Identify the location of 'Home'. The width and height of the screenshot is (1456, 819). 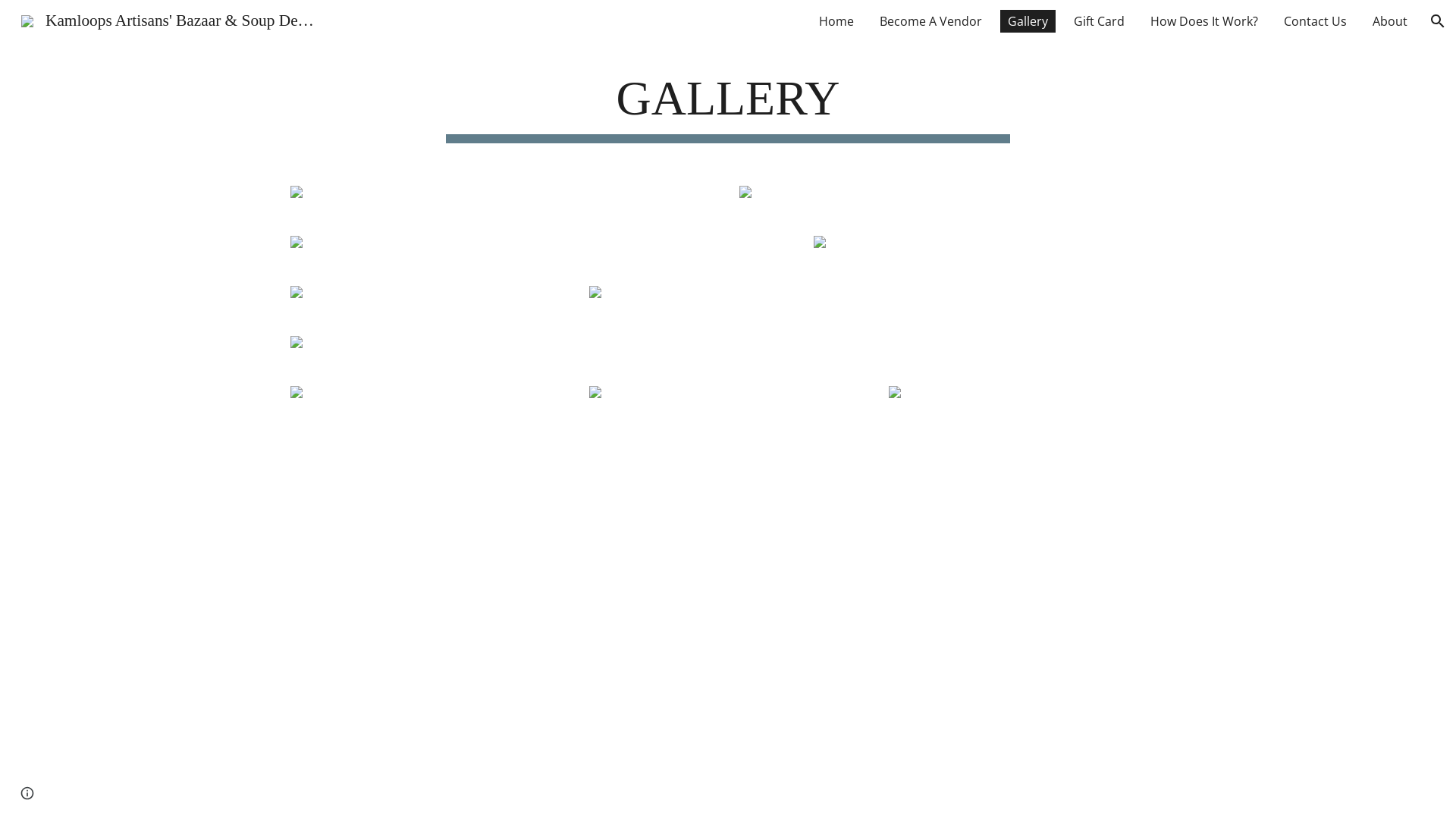
(836, 20).